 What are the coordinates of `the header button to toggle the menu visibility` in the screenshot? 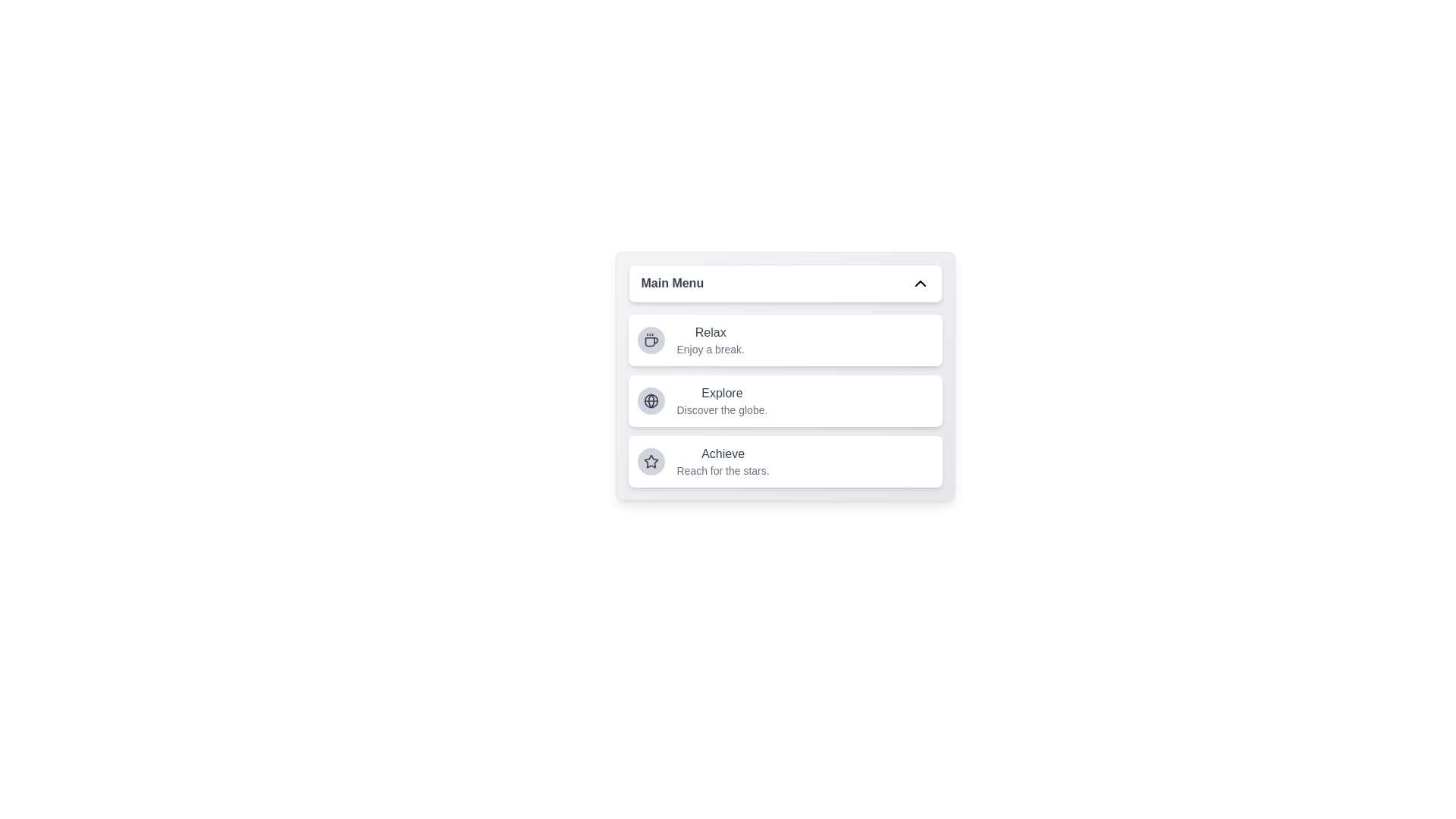 It's located at (785, 284).